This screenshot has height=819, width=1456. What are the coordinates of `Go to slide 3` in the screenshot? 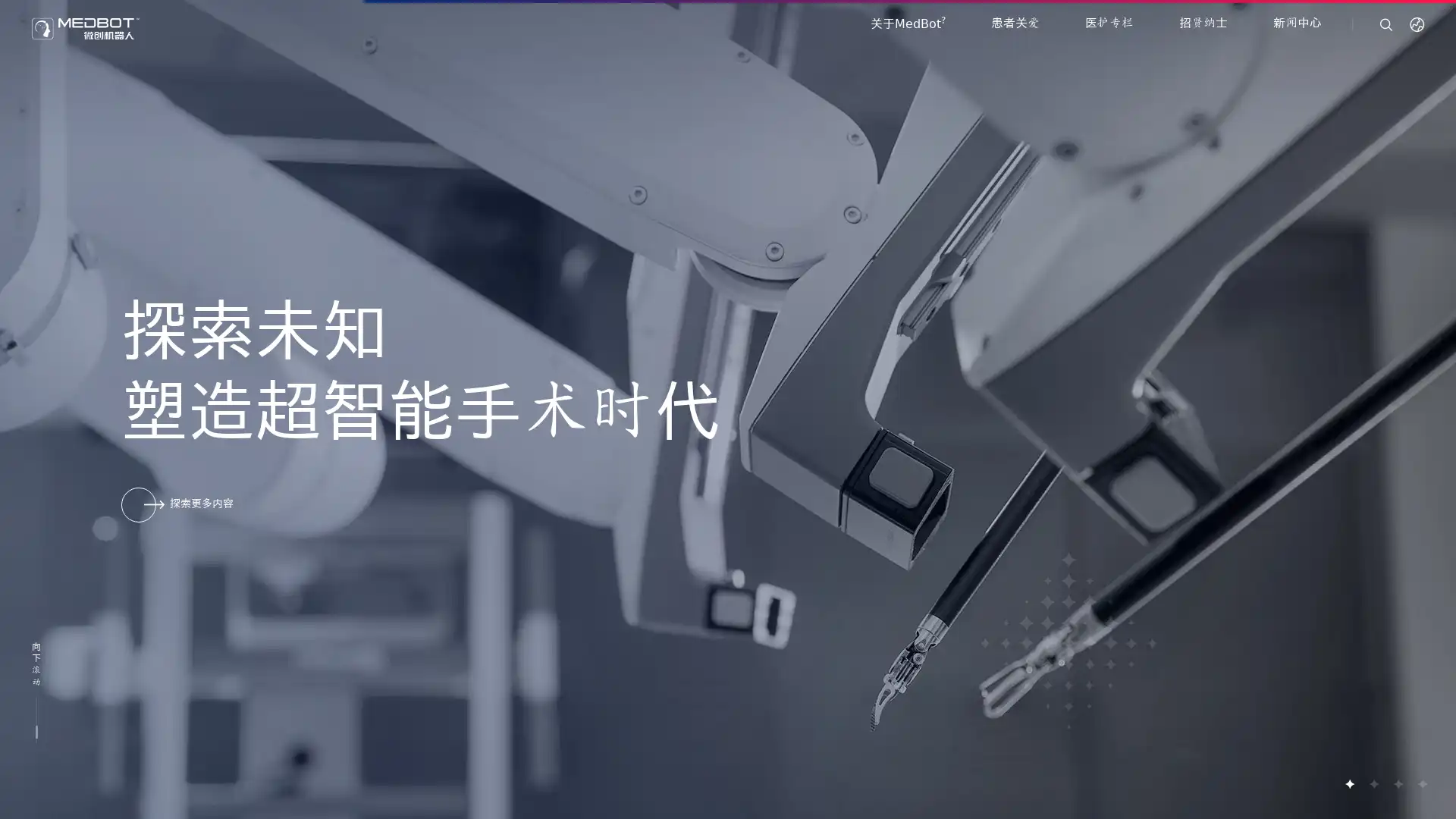 It's located at (1397, 783).